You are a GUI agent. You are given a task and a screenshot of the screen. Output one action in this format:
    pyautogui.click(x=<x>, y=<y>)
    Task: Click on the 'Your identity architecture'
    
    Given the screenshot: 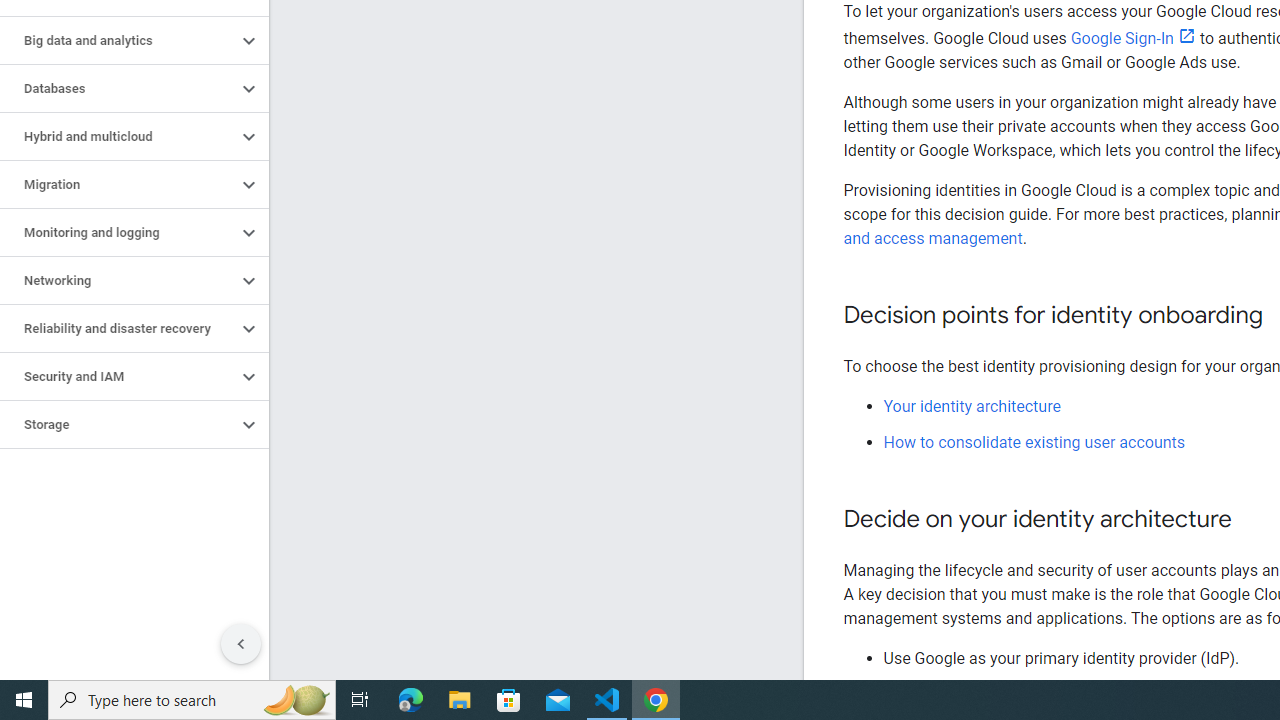 What is the action you would take?
    pyautogui.click(x=972, y=405)
    